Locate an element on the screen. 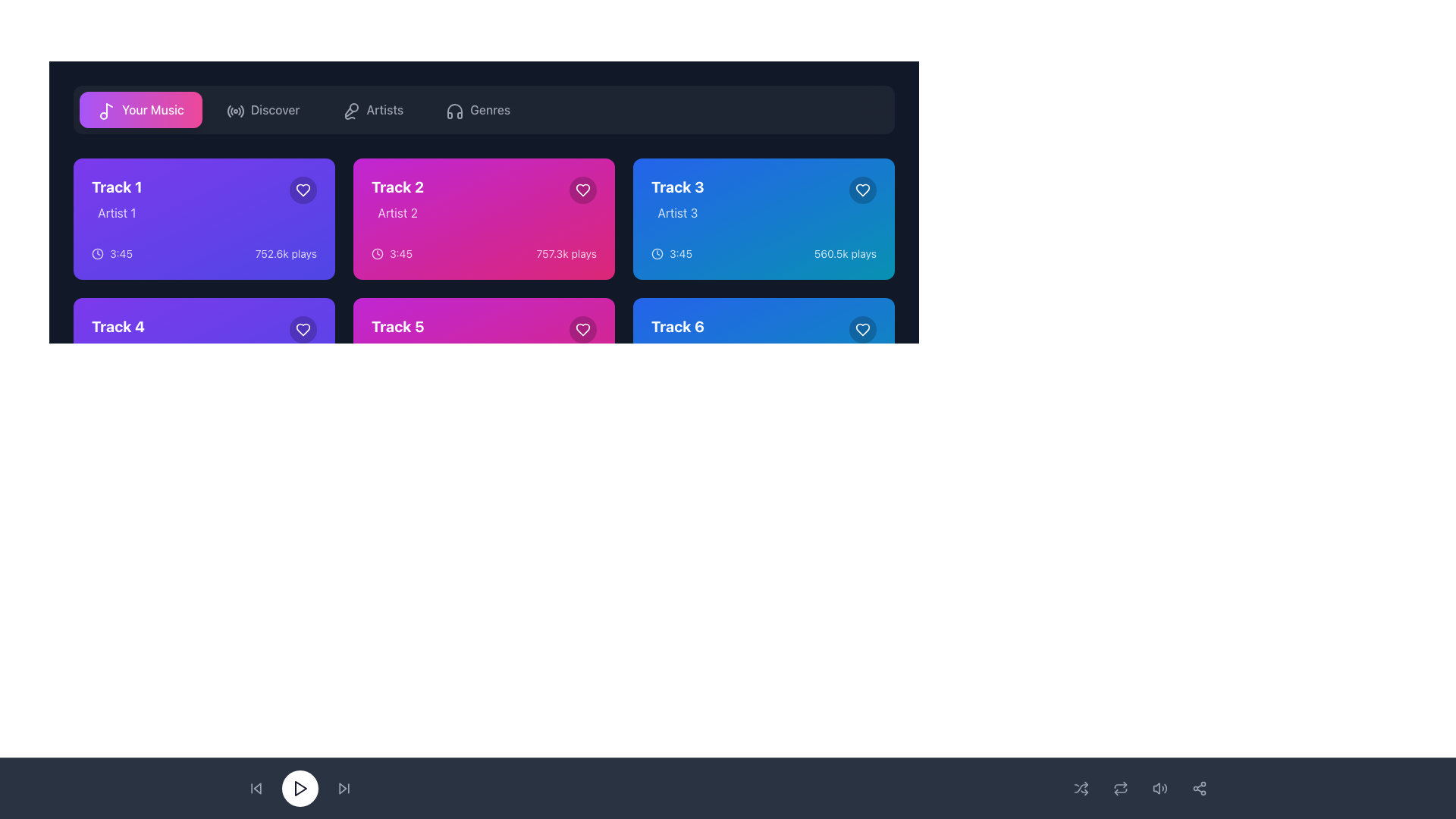  the music track card located in the second row of the grid layout is located at coordinates (203, 338).